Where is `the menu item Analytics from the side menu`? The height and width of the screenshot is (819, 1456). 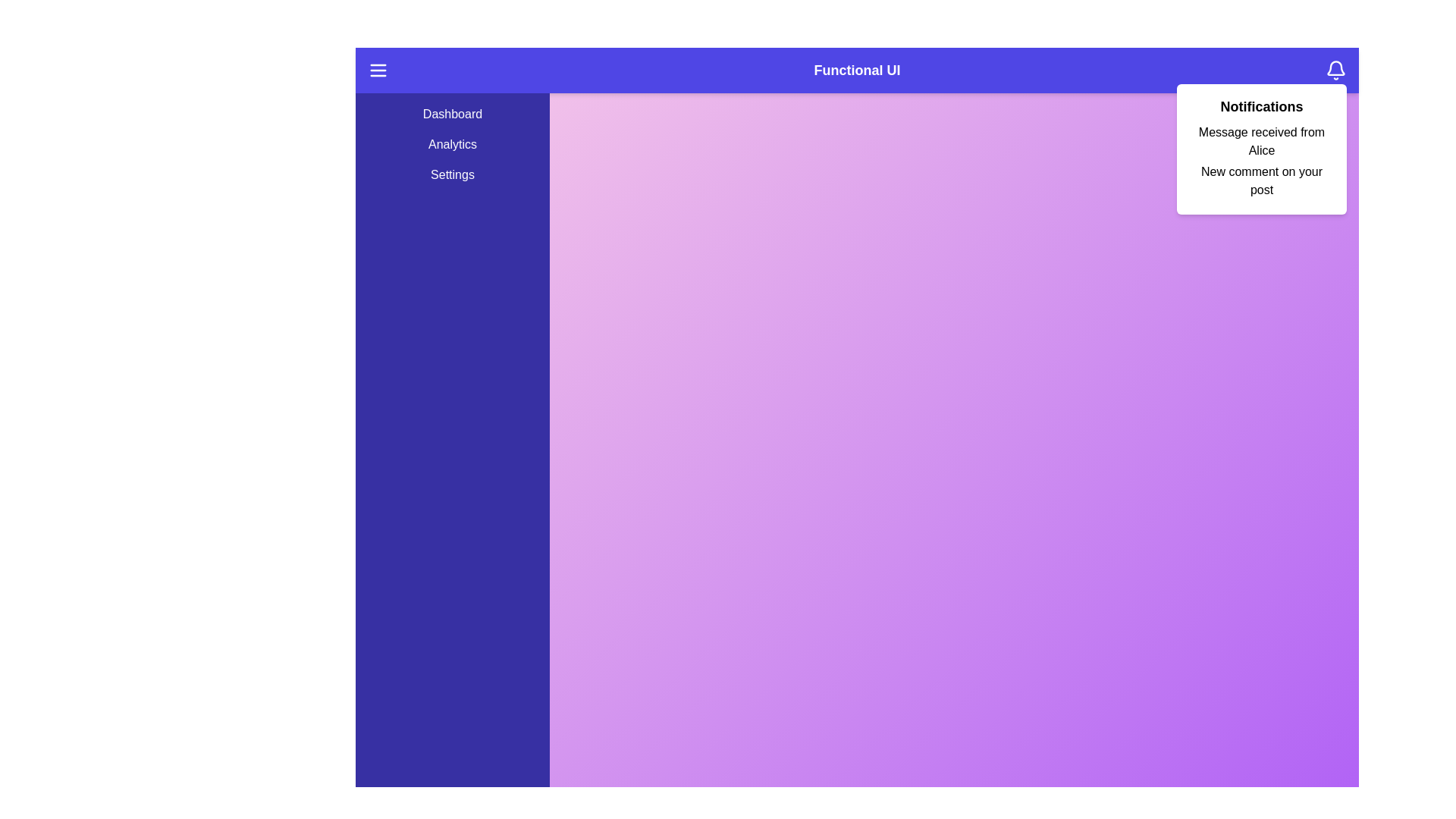
the menu item Analytics from the side menu is located at coordinates (451, 145).